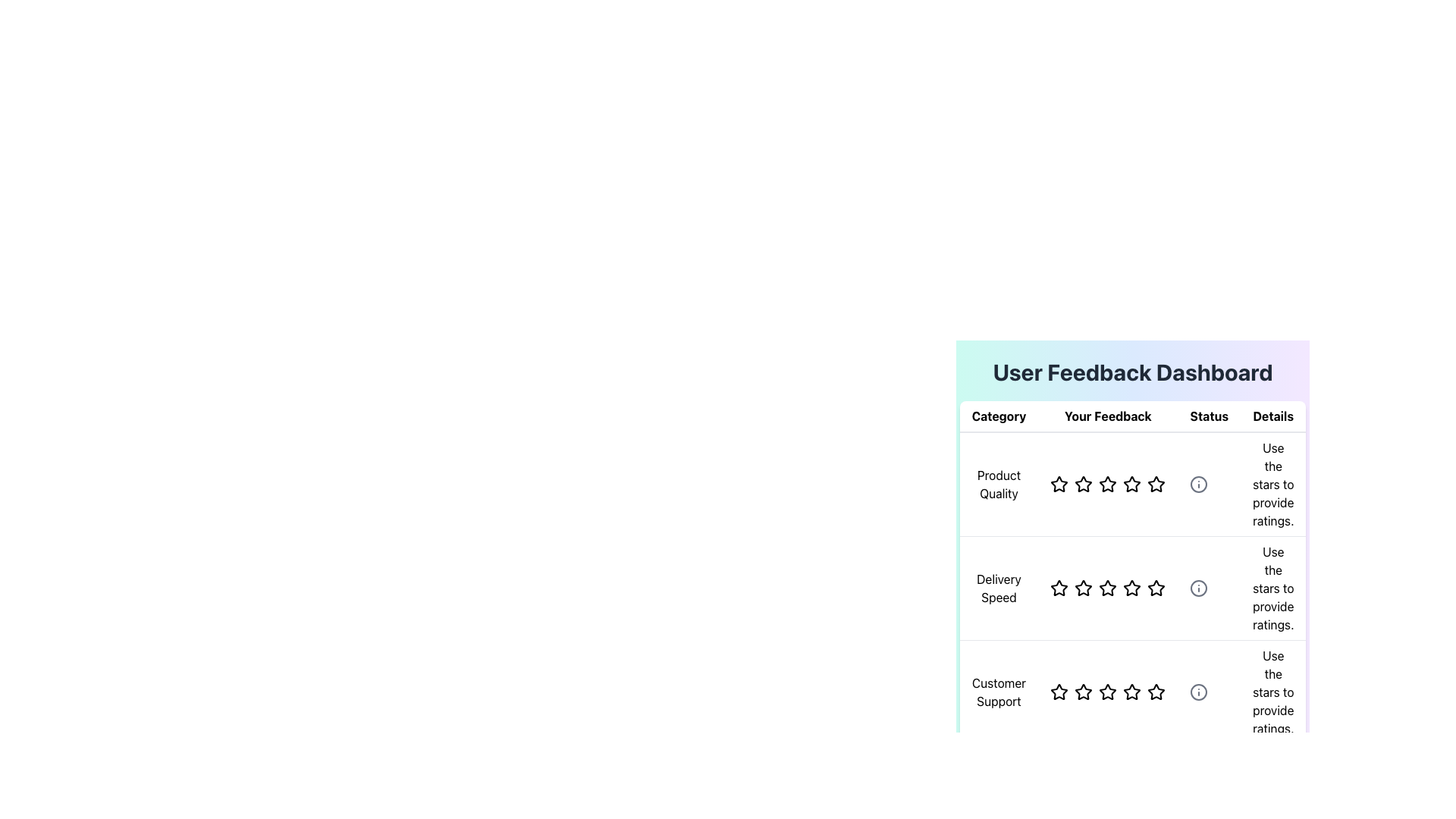 The image size is (1456, 819). What do you see at coordinates (1198, 692) in the screenshot?
I see `the help icon located to the right of the 'Customer Support' row in the 'Details' column of the feedback table` at bounding box center [1198, 692].